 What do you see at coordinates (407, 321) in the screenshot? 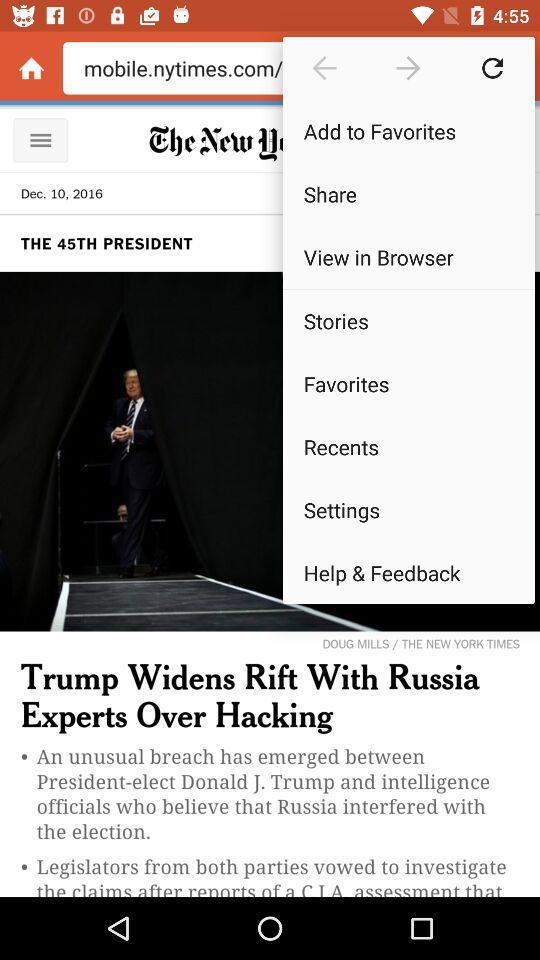
I see `the stories item` at bounding box center [407, 321].